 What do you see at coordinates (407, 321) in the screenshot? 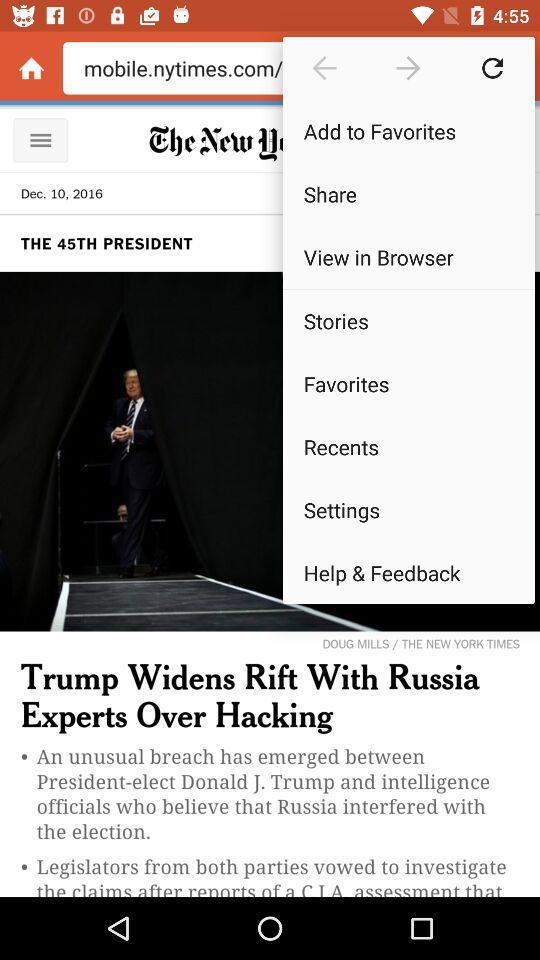
I see `the stories item` at bounding box center [407, 321].